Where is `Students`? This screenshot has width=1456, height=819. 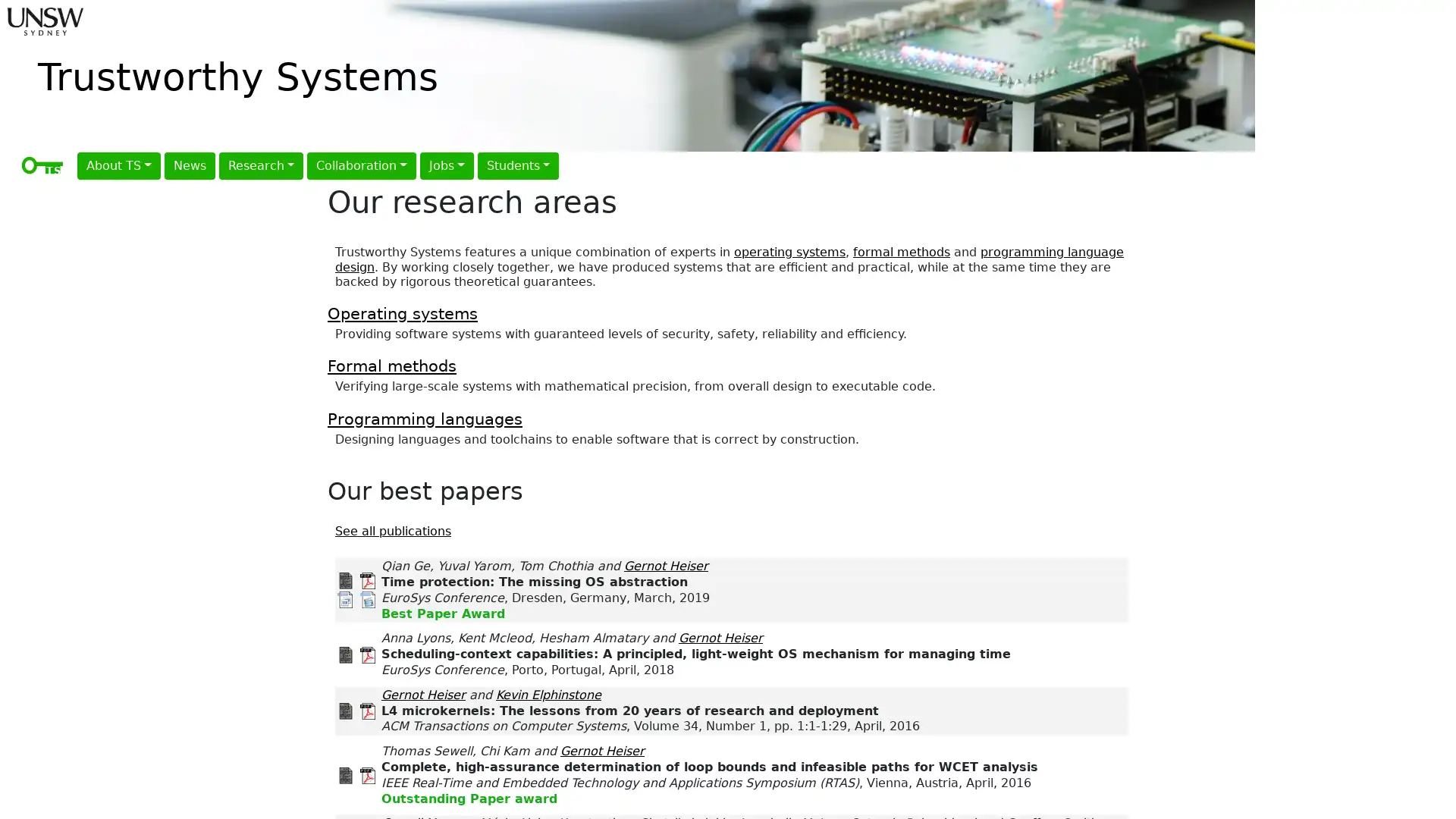
Students is located at coordinates (517, 165).